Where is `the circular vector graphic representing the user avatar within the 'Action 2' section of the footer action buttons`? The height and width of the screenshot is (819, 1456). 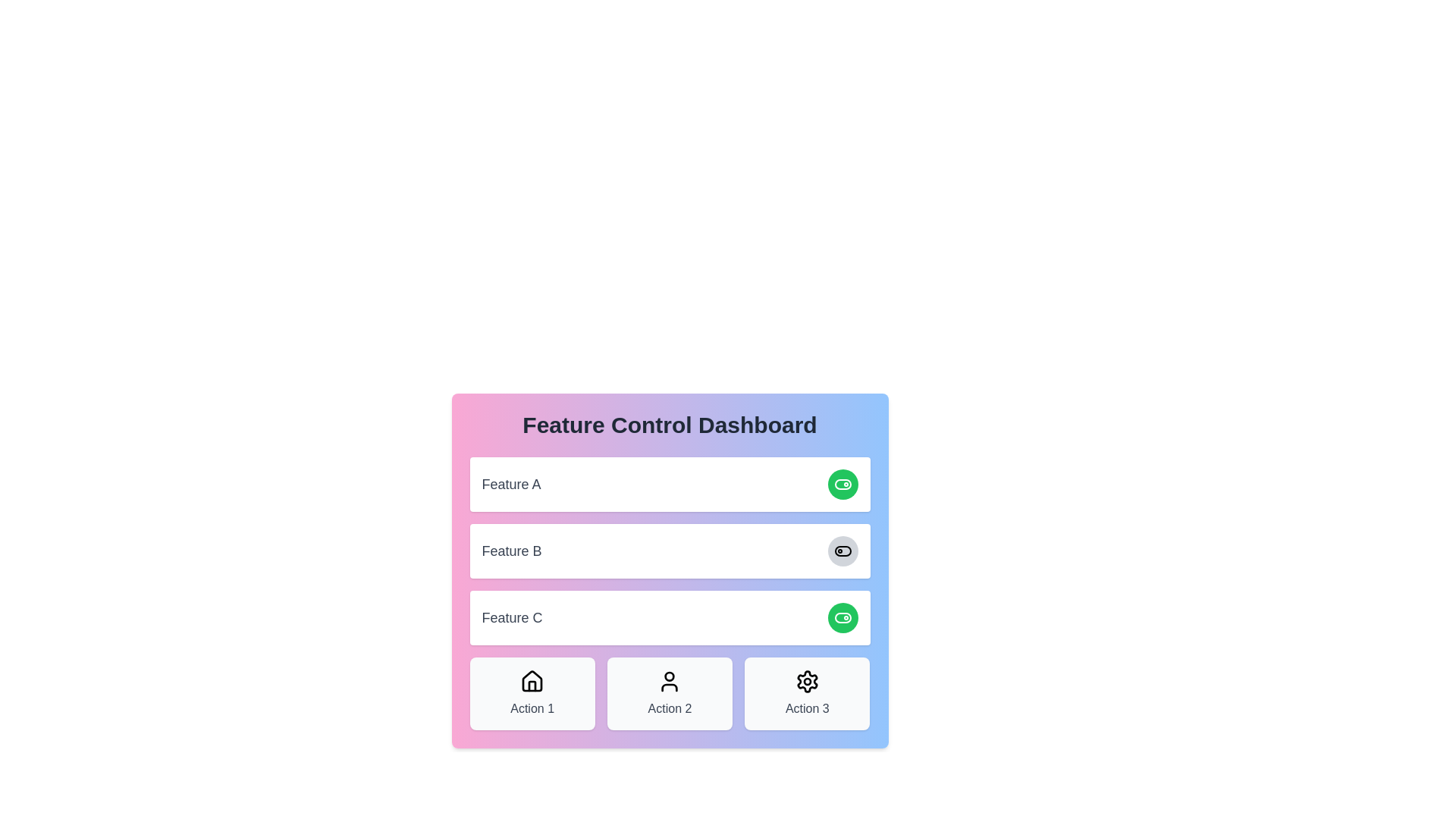 the circular vector graphic representing the user avatar within the 'Action 2' section of the footer action buttons is located at coordinates (669, 676).